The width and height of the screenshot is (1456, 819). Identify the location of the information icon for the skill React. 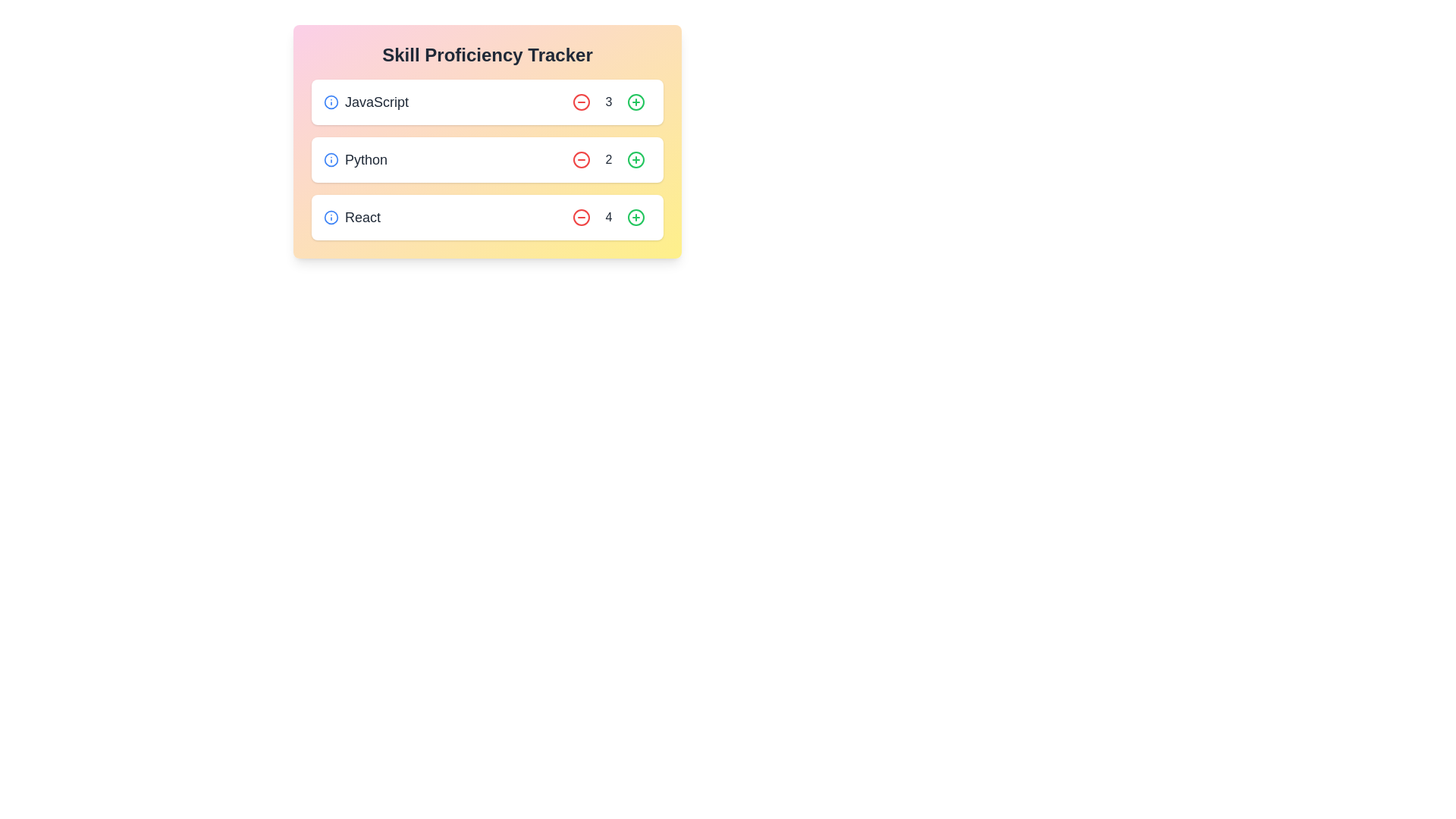
(330, 217).